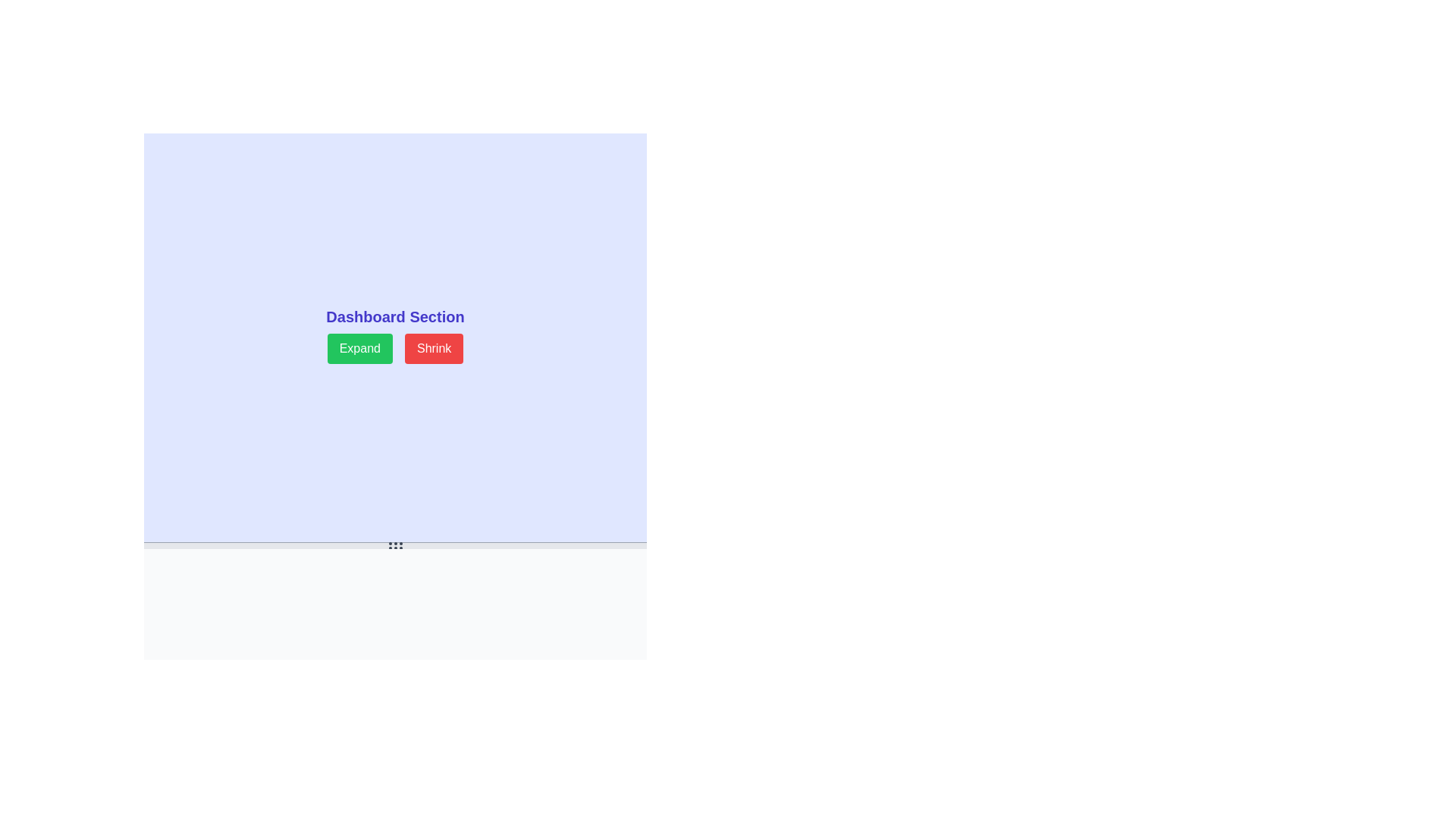 This screenshot has width=1456, height=819. Describe the element at coordinates (395, 546) in the screenshot. I see `and drag the Drag handle located at the bottom center of the interface within the horizontal gray bar` at that location.